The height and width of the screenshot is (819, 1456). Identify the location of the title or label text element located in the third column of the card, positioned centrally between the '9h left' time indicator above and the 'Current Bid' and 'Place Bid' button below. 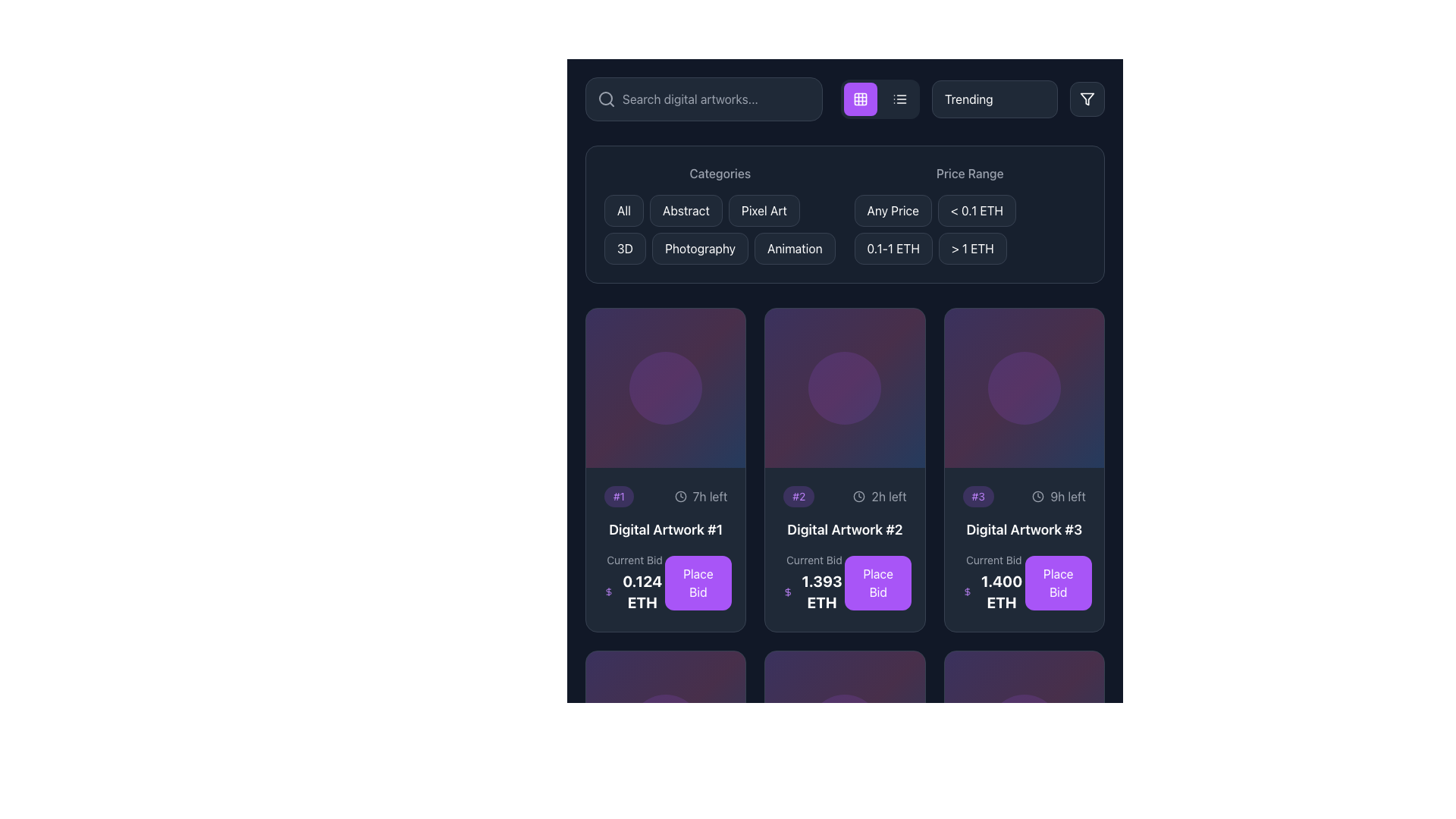
(1024, 529).